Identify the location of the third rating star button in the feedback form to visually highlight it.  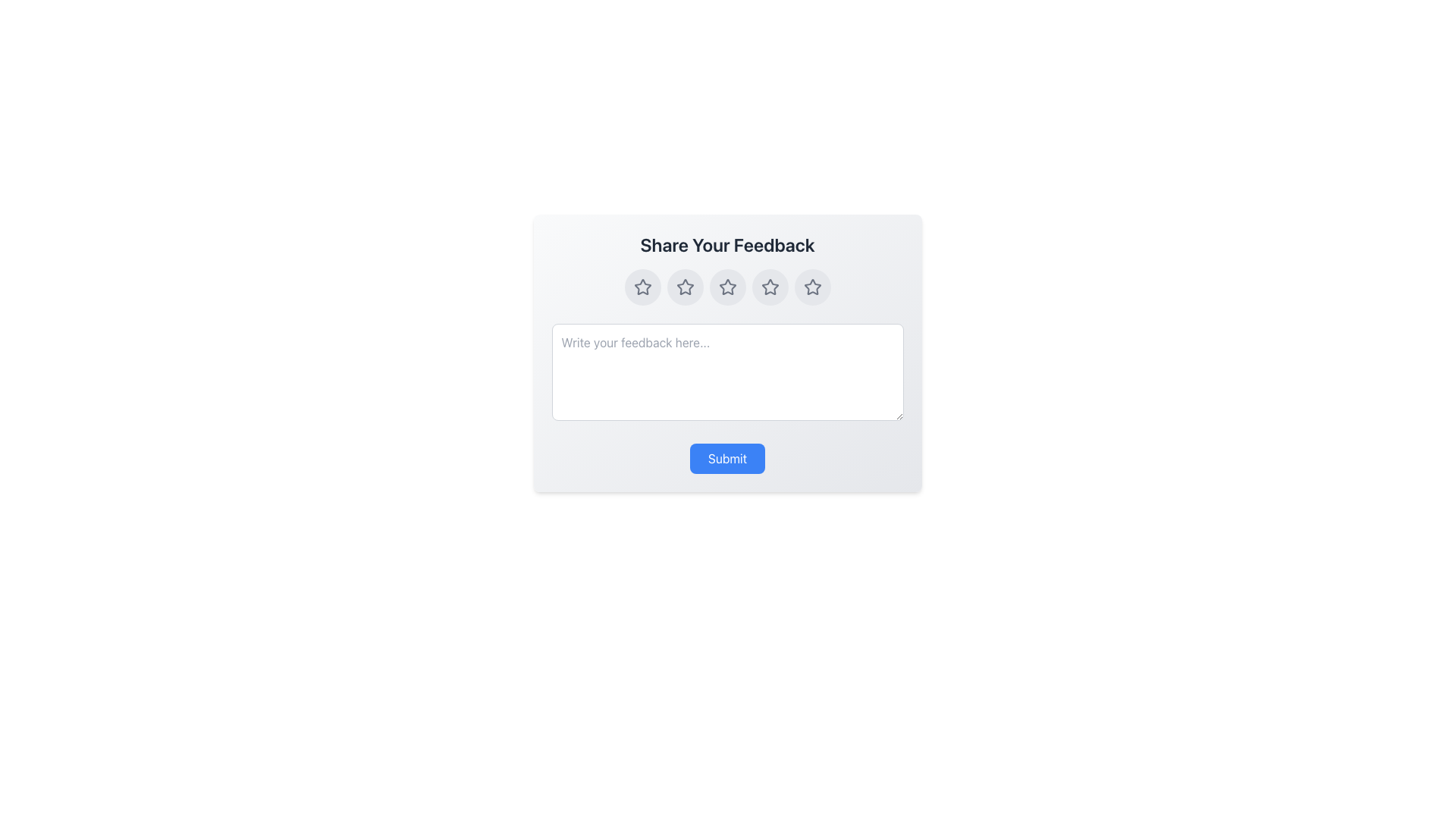
(726, 287).